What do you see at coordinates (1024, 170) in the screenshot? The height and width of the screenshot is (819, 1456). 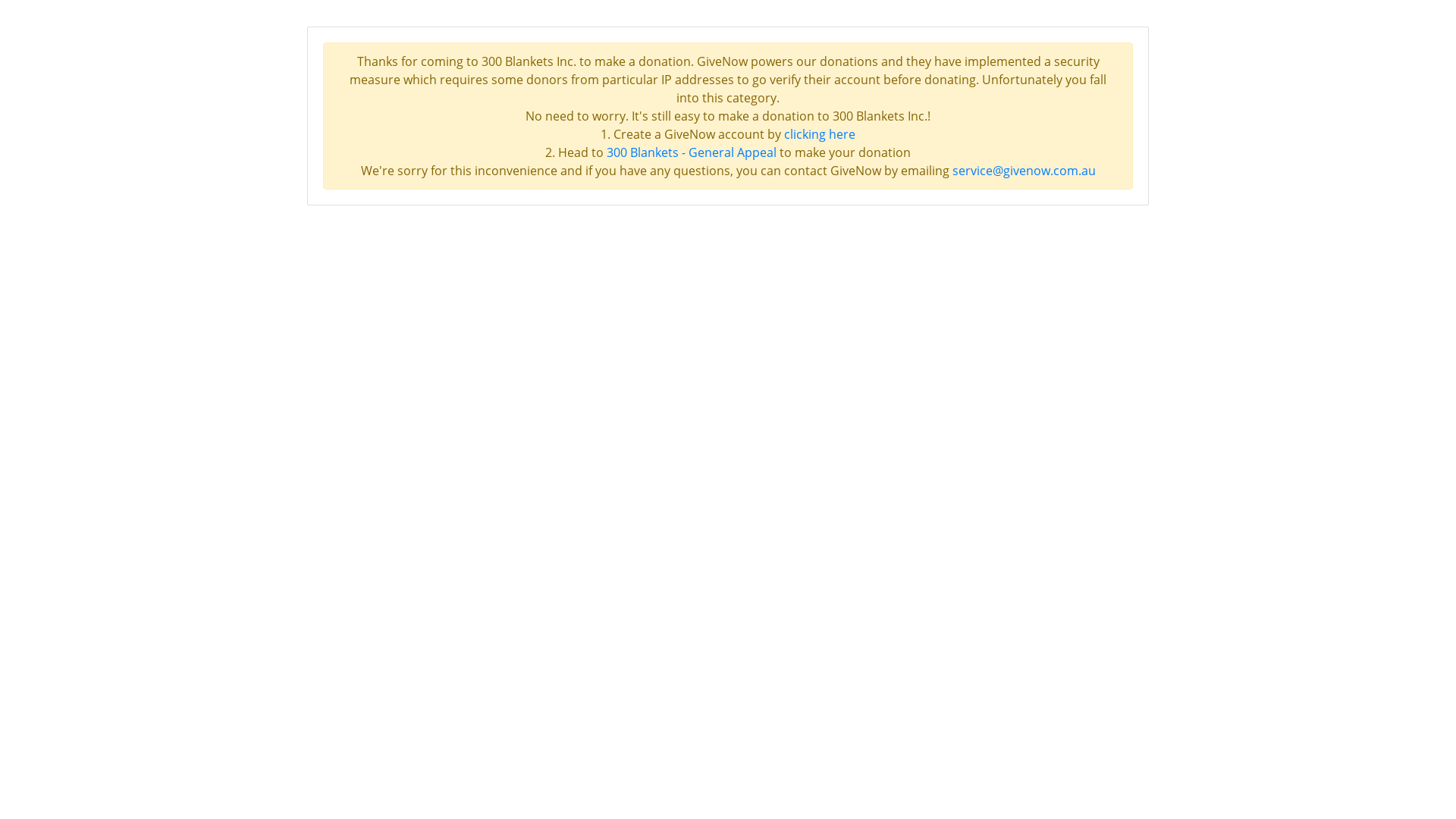 I see `'service@givenow.com.au'` at bounding box center [1024, 170].